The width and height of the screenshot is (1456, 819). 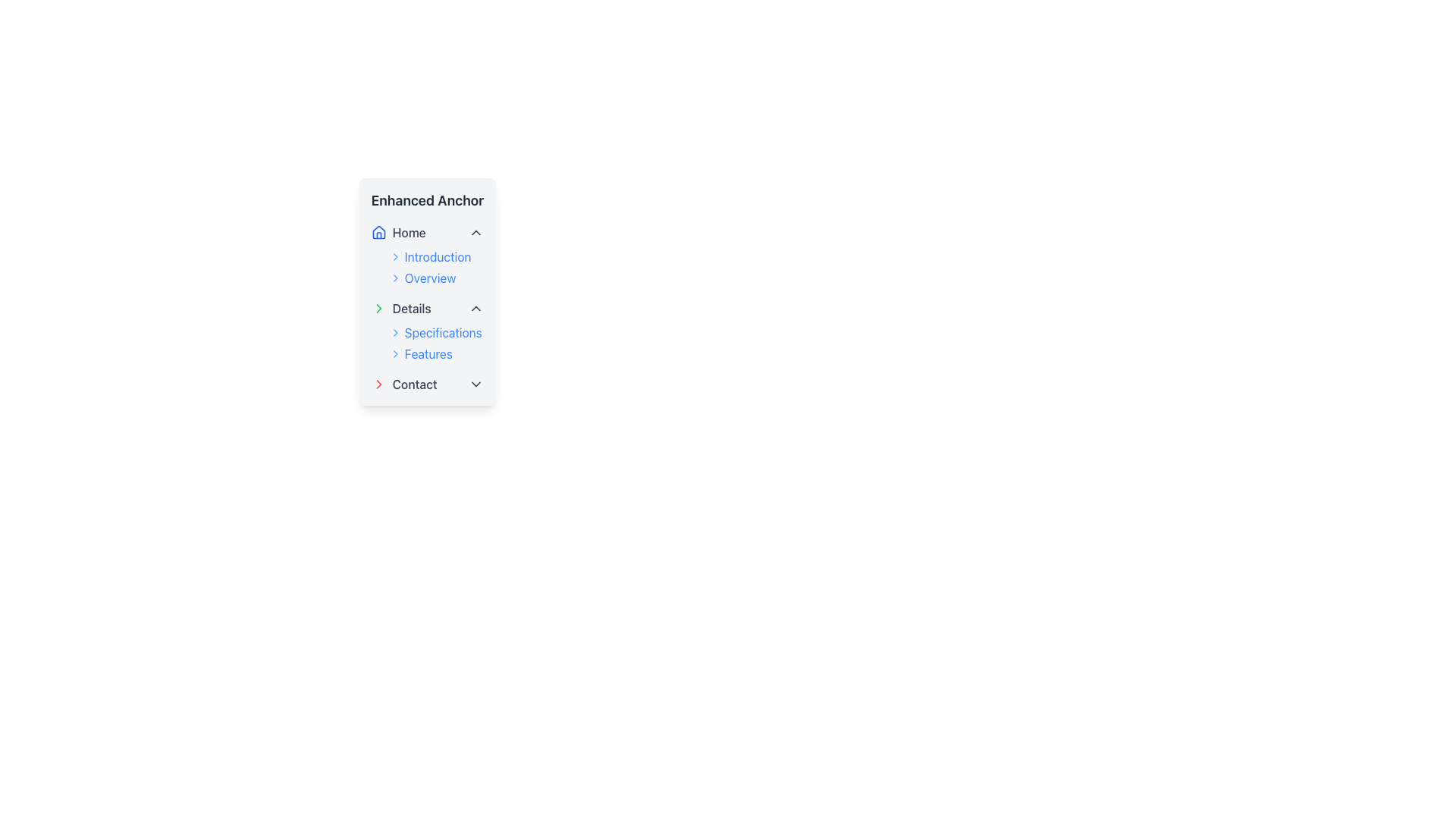 What do you see at coordinates (436, 278) in the screenshot?
I see `the 'Overview' hyperlink text in the 'Enhanced Anchor' side menu` at bounding box center [436, 278].